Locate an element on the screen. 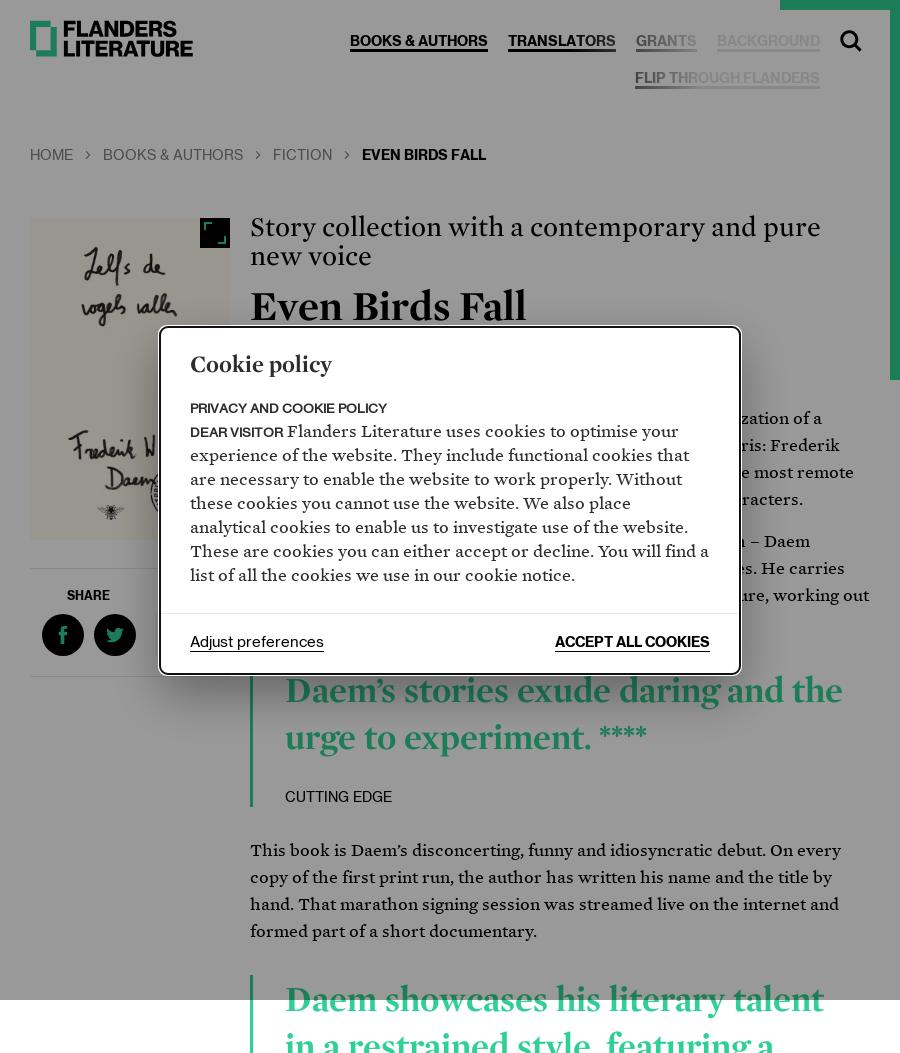  'Daem’s stories exude daring and the urge to experiment. ****' is located at coordinates (564, 712).